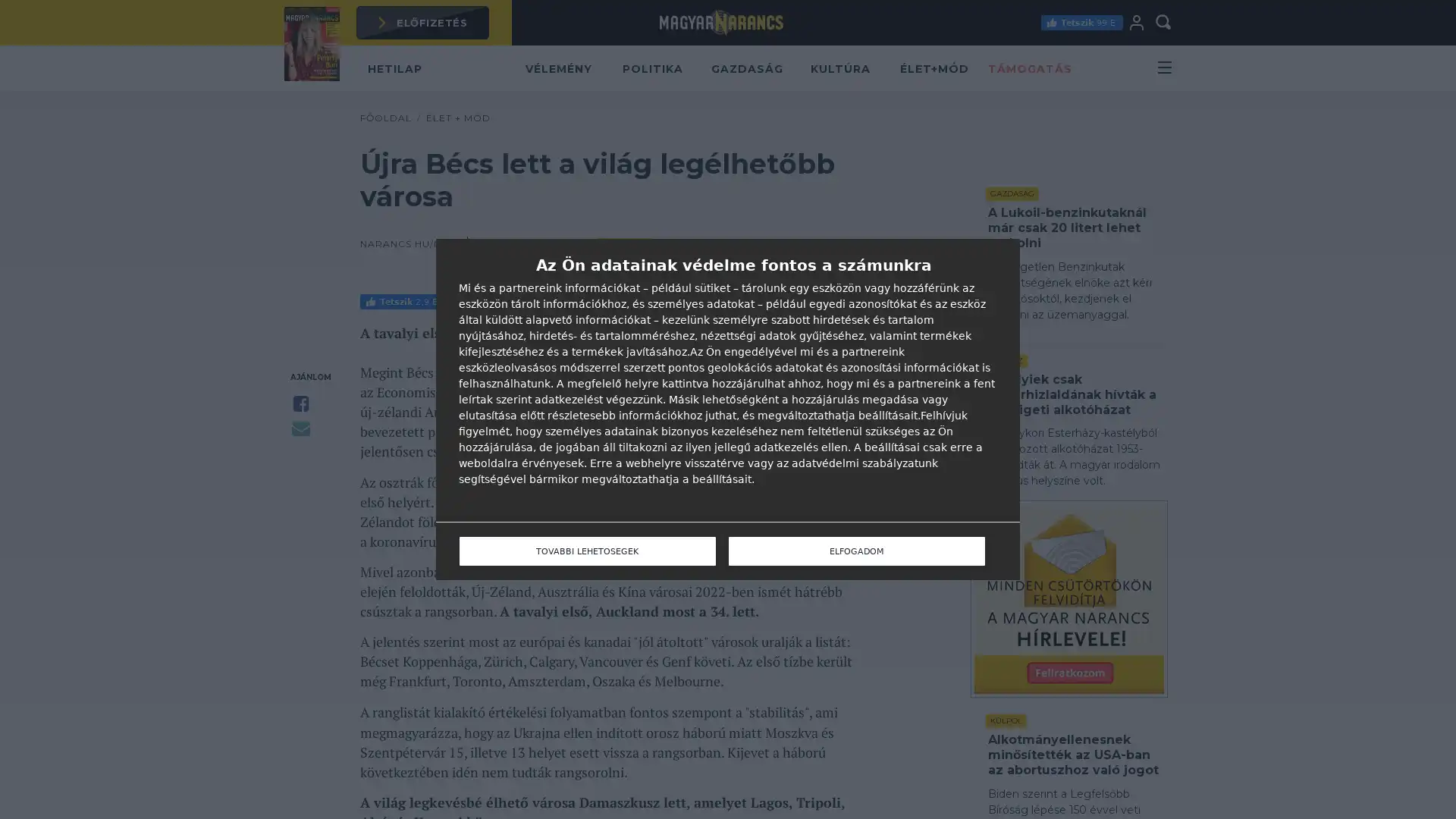 The height and width of the screenshot is (819, 1456). Describe the element at coordinates (586, 551) in the screenshot. I see `TOVABBI LEHETOSEGEK` at that location.